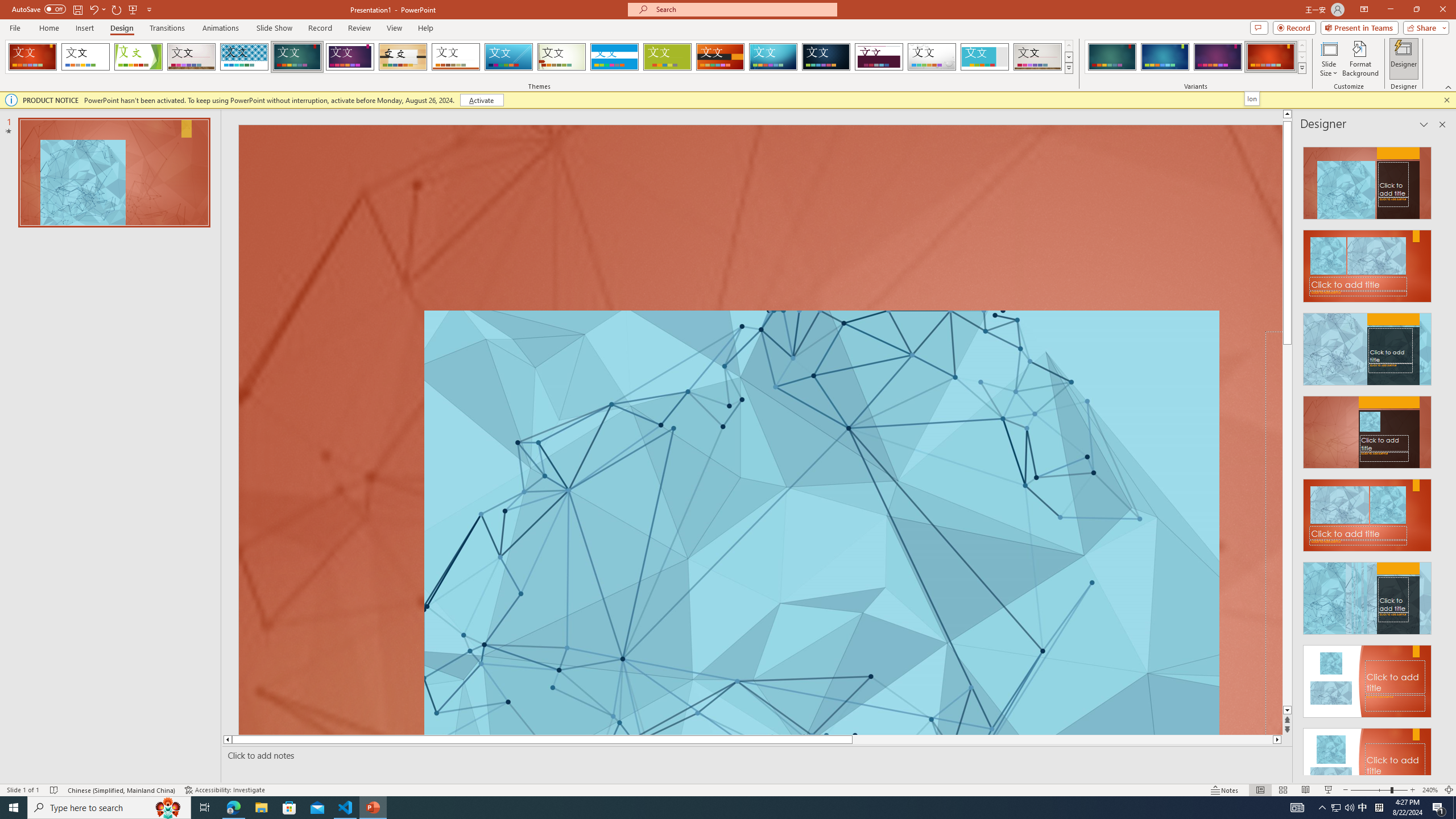 The image size is (1456, 819). I want to click on 'Close this message', so click(1446, 100).